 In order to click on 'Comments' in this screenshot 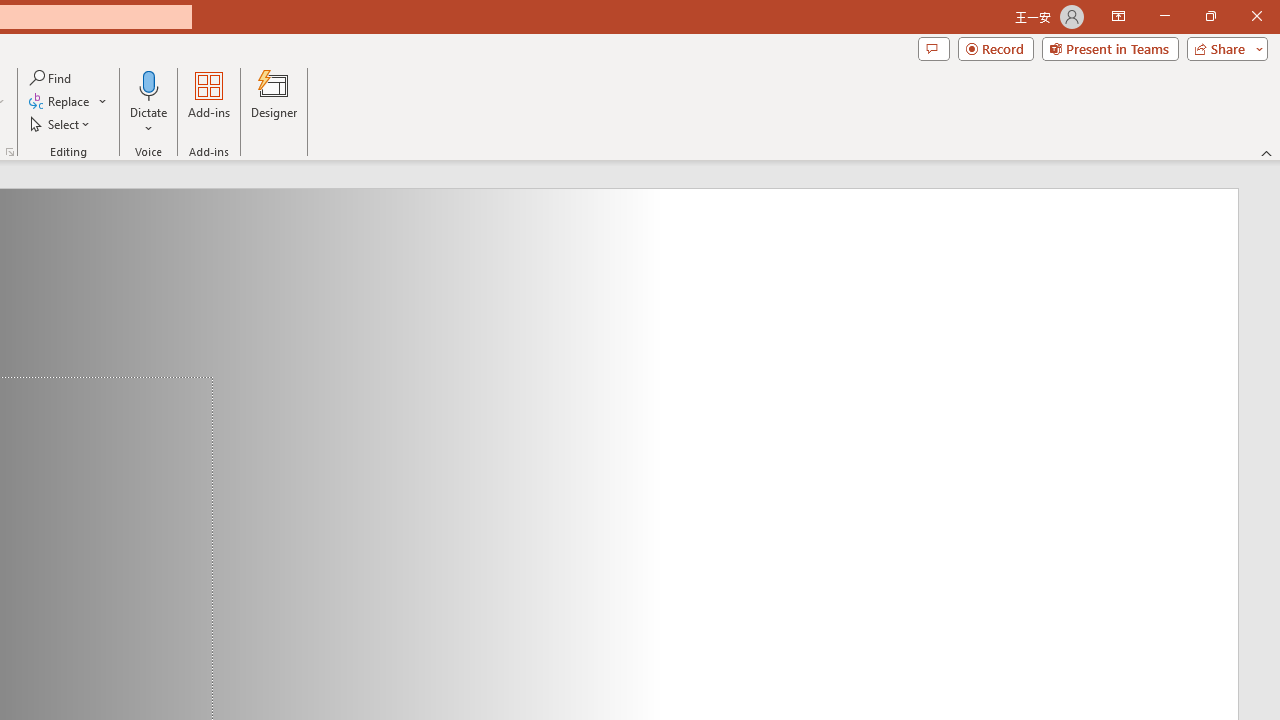, I will do `click(932, 47)`.